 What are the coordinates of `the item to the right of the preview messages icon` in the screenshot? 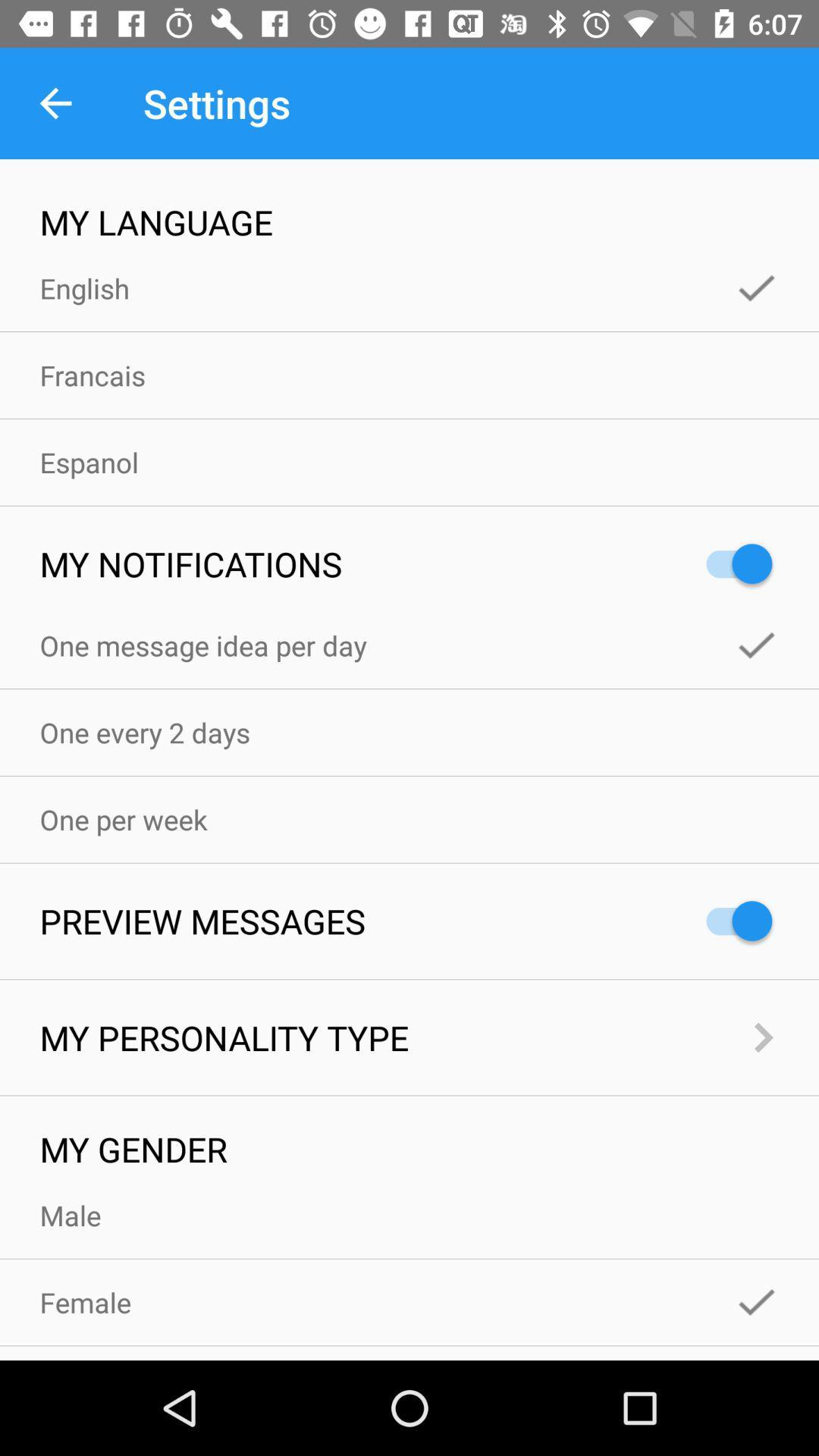 It's located at (731, 920).